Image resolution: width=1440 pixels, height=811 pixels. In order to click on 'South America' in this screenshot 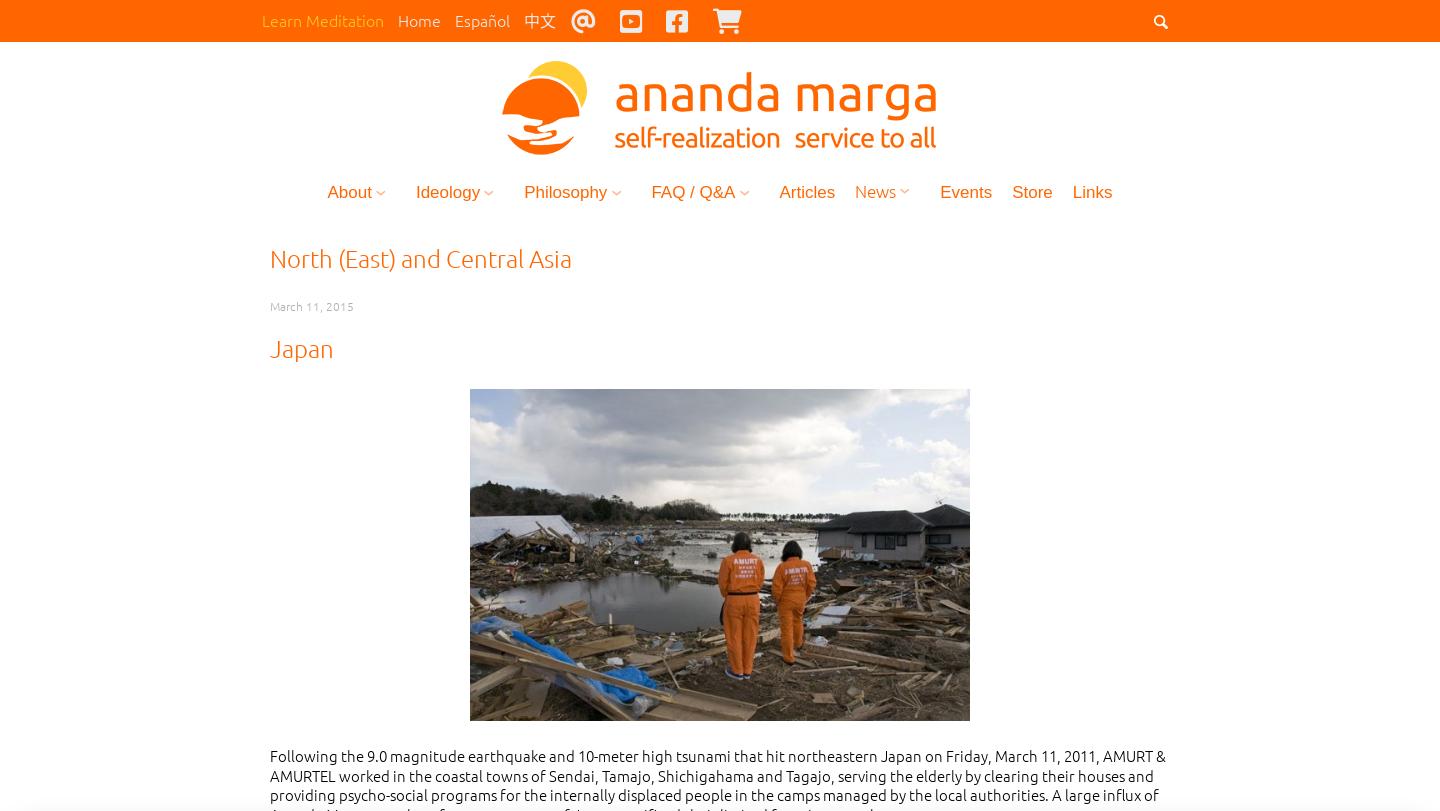, I will do `click(919, 288)`.